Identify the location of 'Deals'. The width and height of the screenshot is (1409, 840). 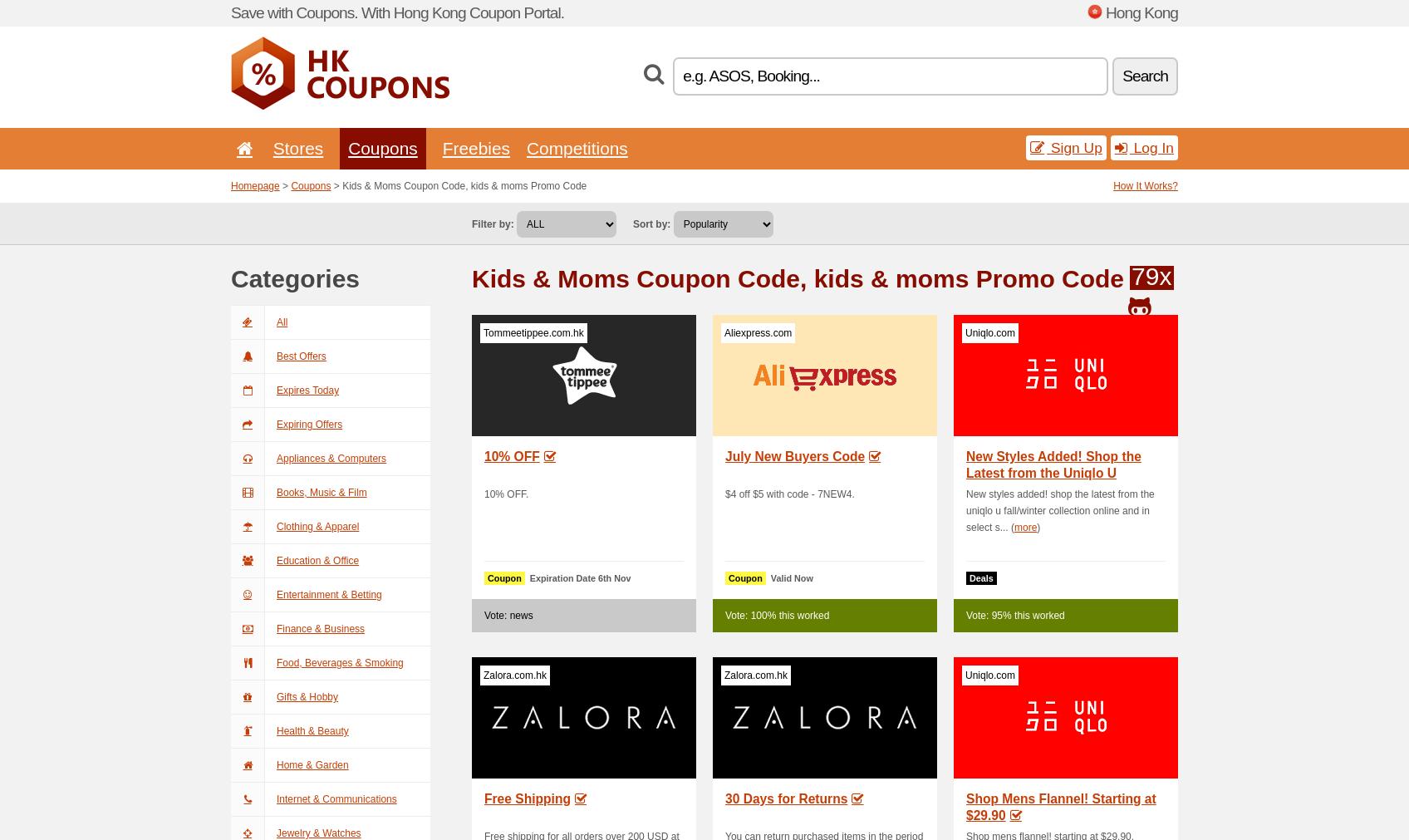
(970, 577).